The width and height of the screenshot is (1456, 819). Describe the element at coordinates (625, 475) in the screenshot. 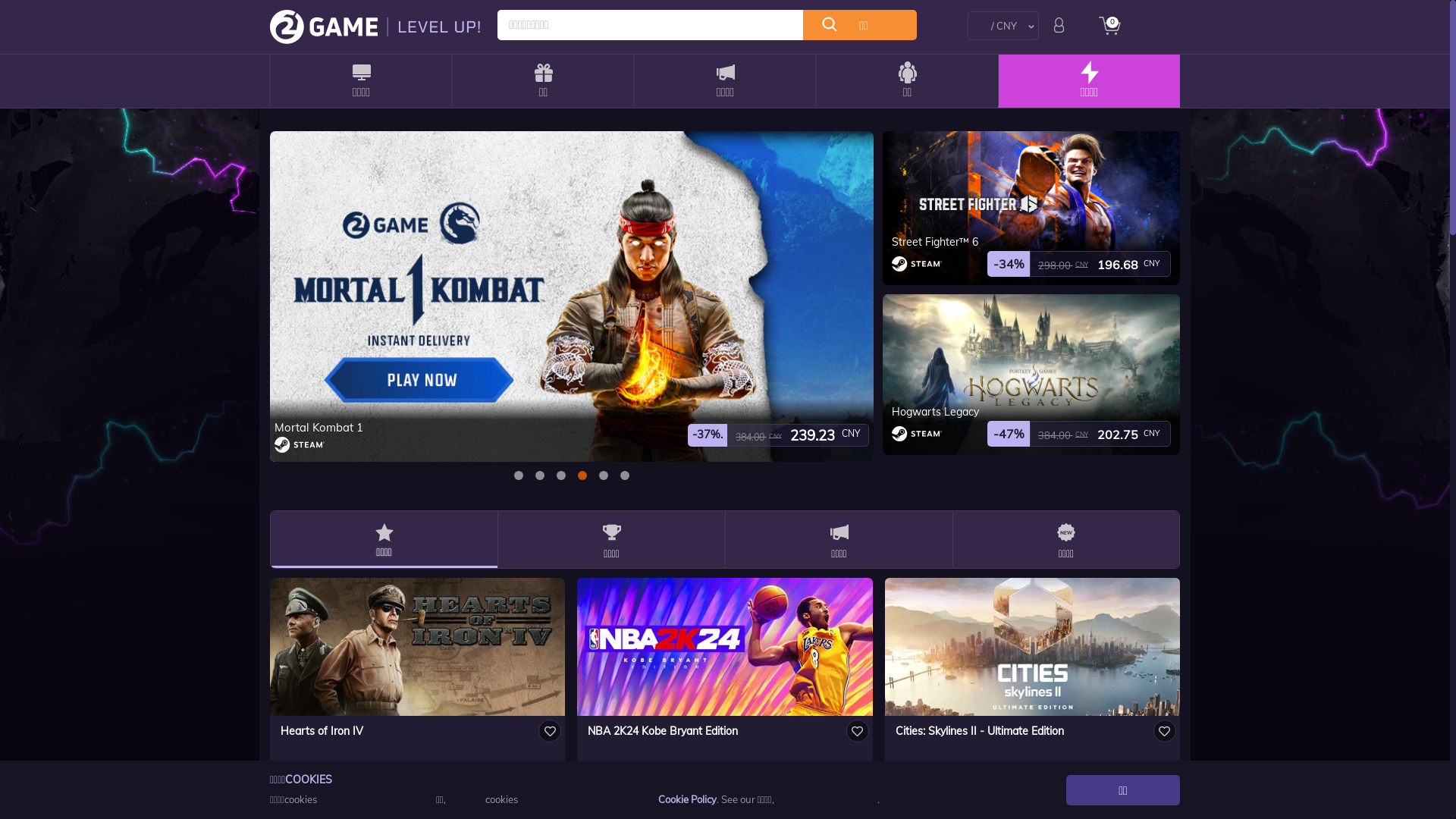

I see `'5'` at that location.